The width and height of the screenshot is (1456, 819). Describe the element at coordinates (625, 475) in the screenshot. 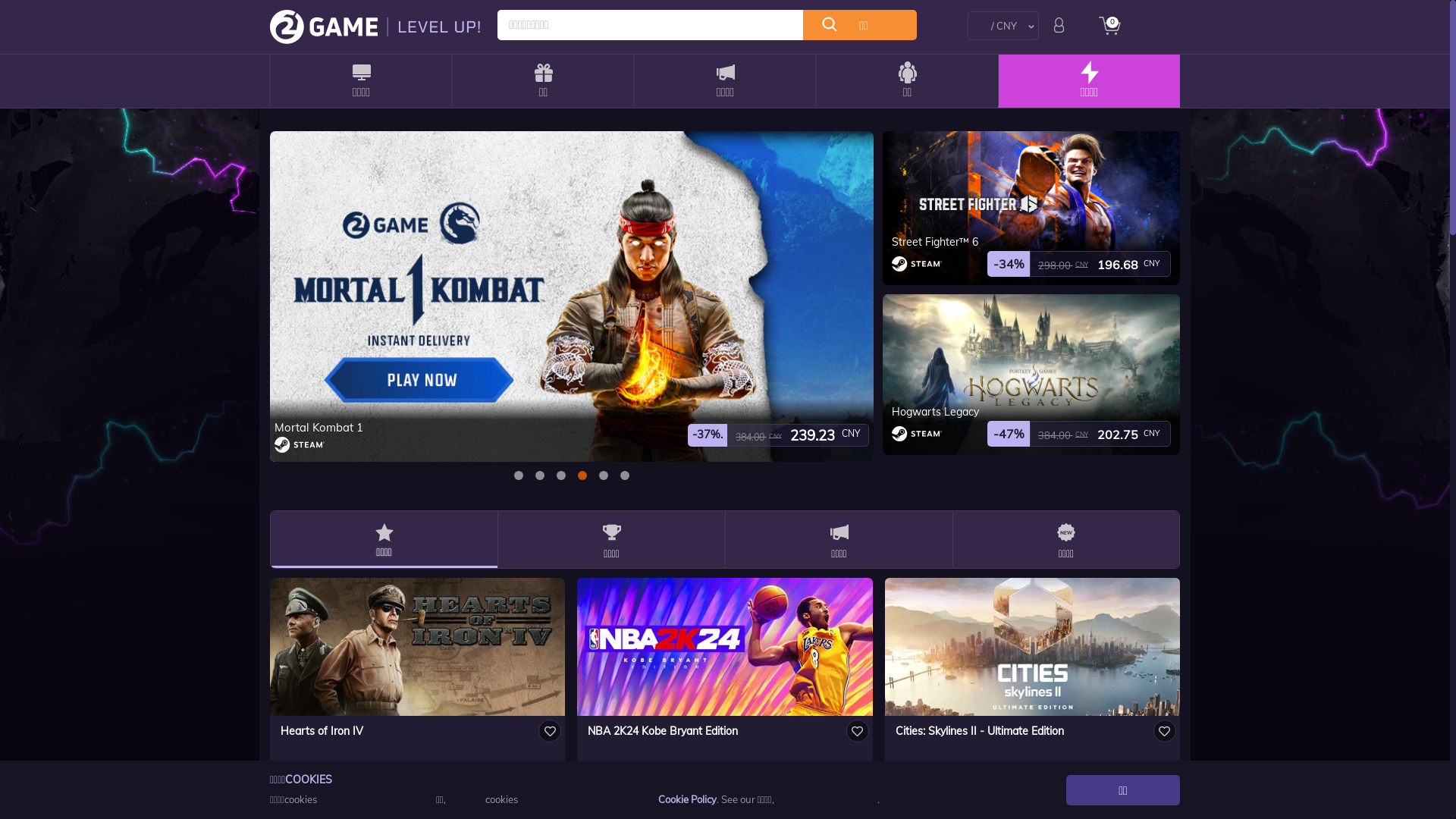

I see `'5'` at that location.